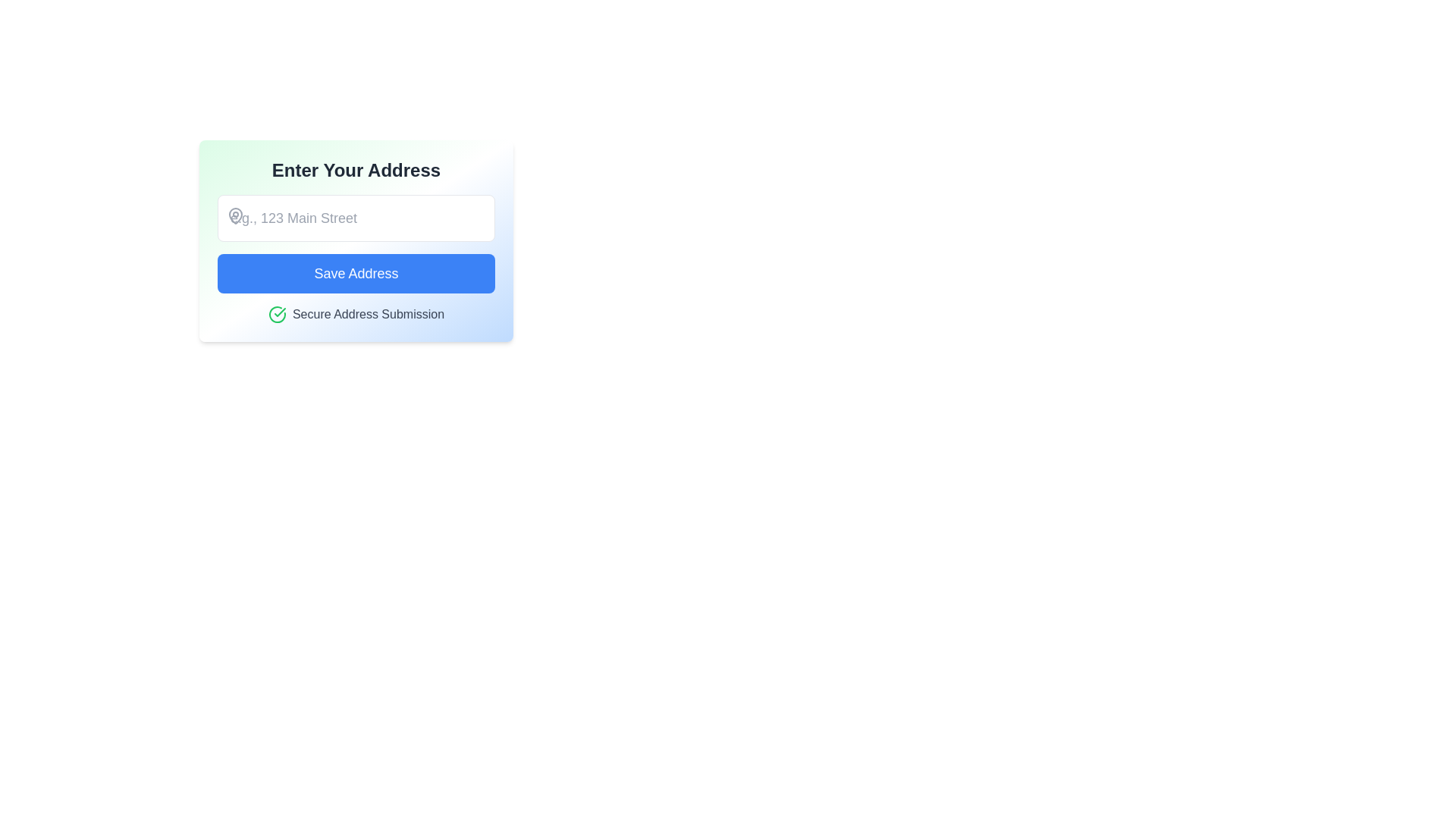 This screenshot has width=1456, height=819. I want to click on the 'Save Address' button with a blue background and white text, so click(356, 240).